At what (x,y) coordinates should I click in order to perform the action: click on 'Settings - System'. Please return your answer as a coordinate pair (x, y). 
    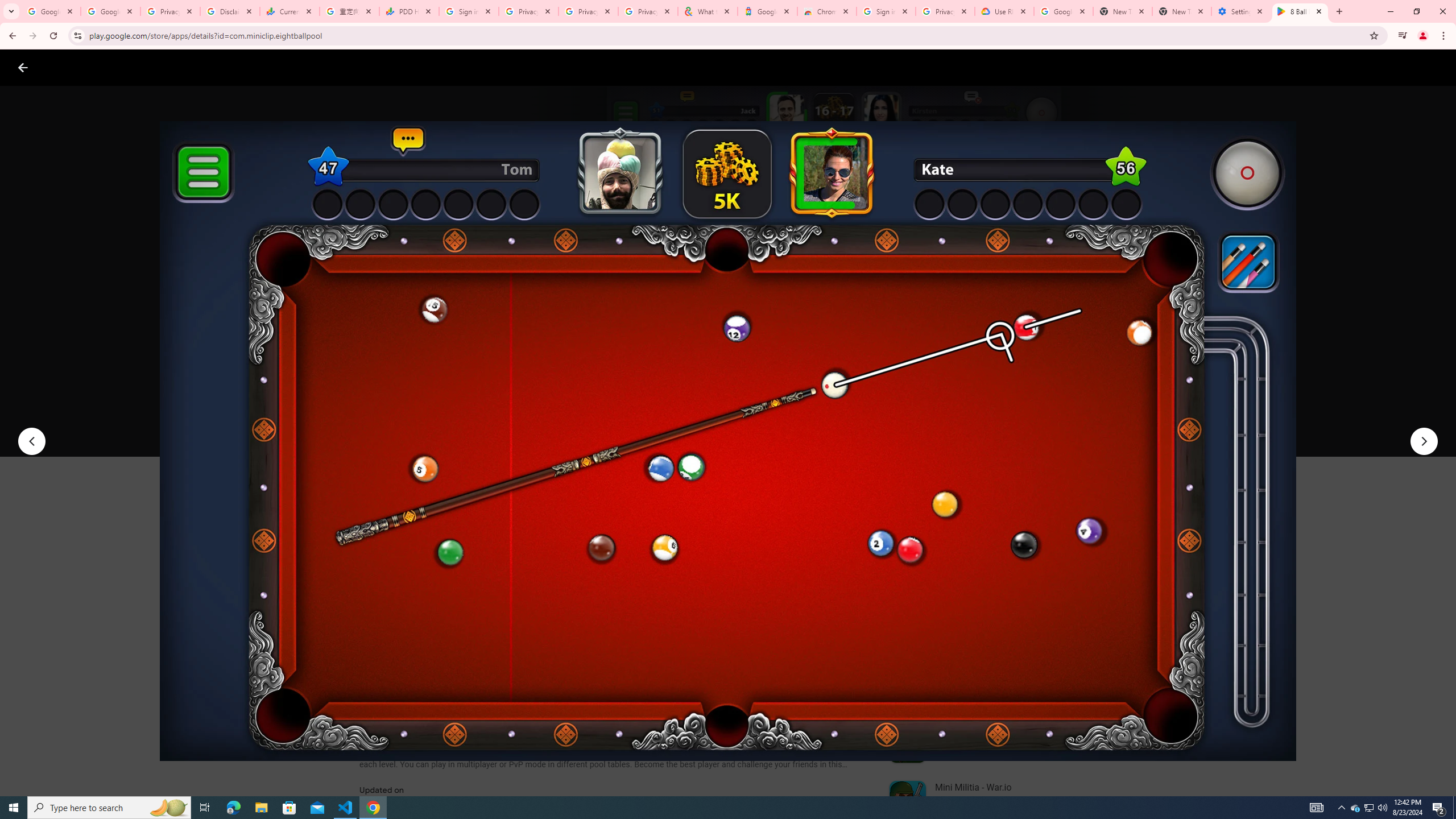
    Looking at the image, I should click on (1240, 11).